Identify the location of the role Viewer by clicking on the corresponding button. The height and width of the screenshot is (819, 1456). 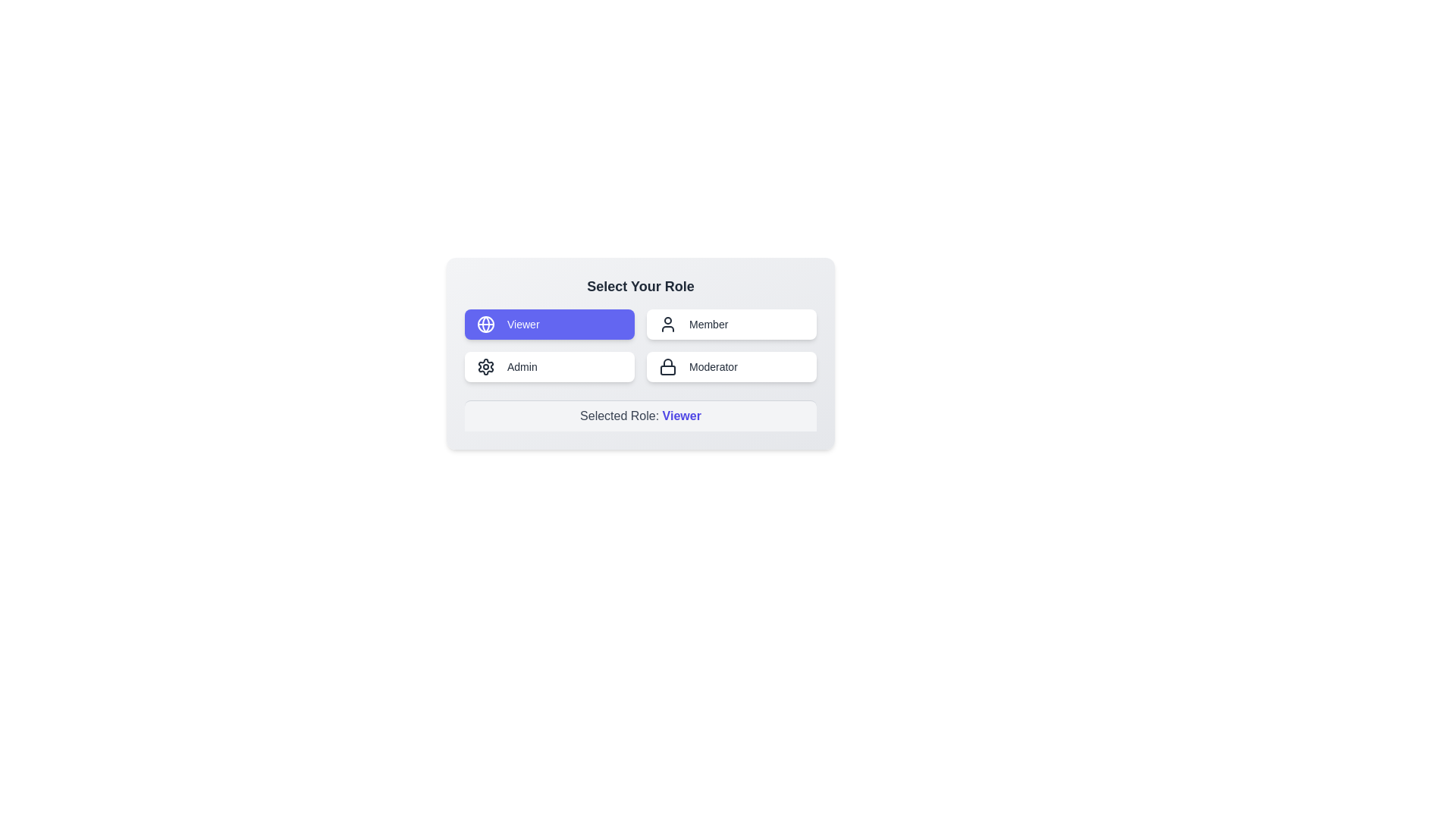
(548, 324).